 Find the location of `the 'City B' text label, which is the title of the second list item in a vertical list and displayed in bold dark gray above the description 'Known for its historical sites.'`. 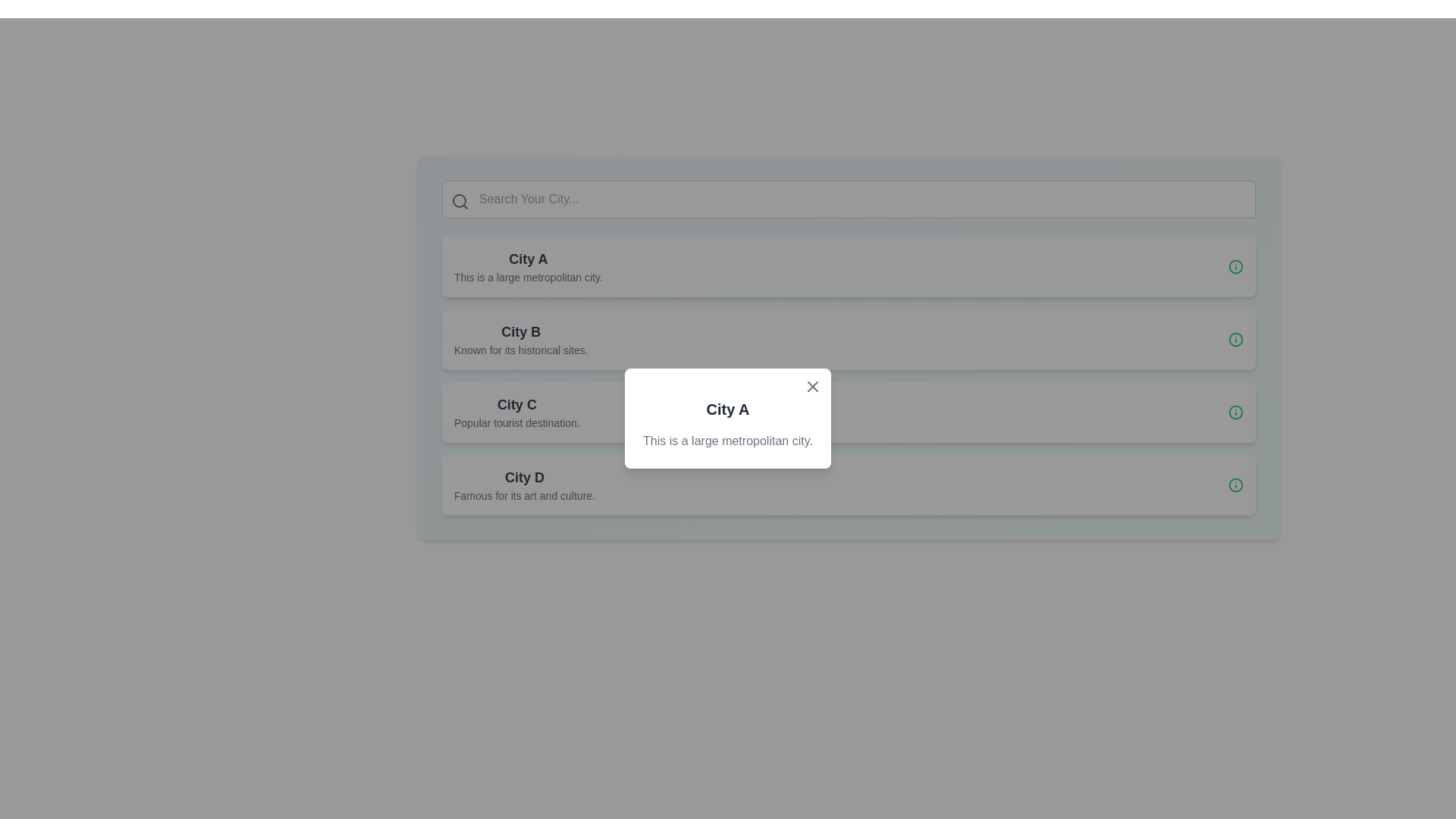

the 'City B' text label, which is the title of the second list item in a vertical list and displayed in bold dark gray above the description 'Known for its historical sites.' is located at coordinates (521, 331).